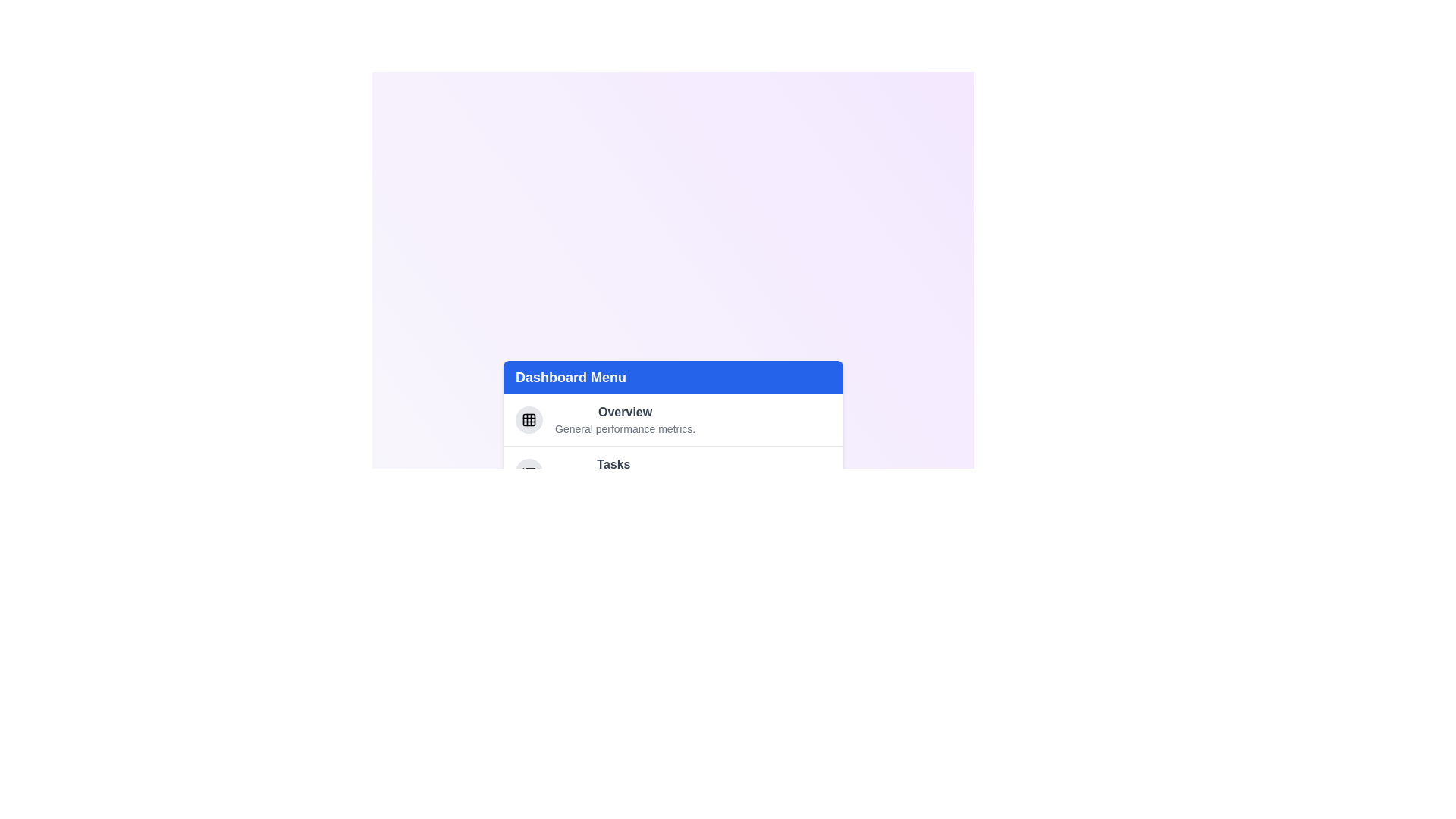  Describe the element at coordinates (673, 376) in the screenshot. I see `'Dashboard Menu' button to toggle the visibility of the menu` at that location.